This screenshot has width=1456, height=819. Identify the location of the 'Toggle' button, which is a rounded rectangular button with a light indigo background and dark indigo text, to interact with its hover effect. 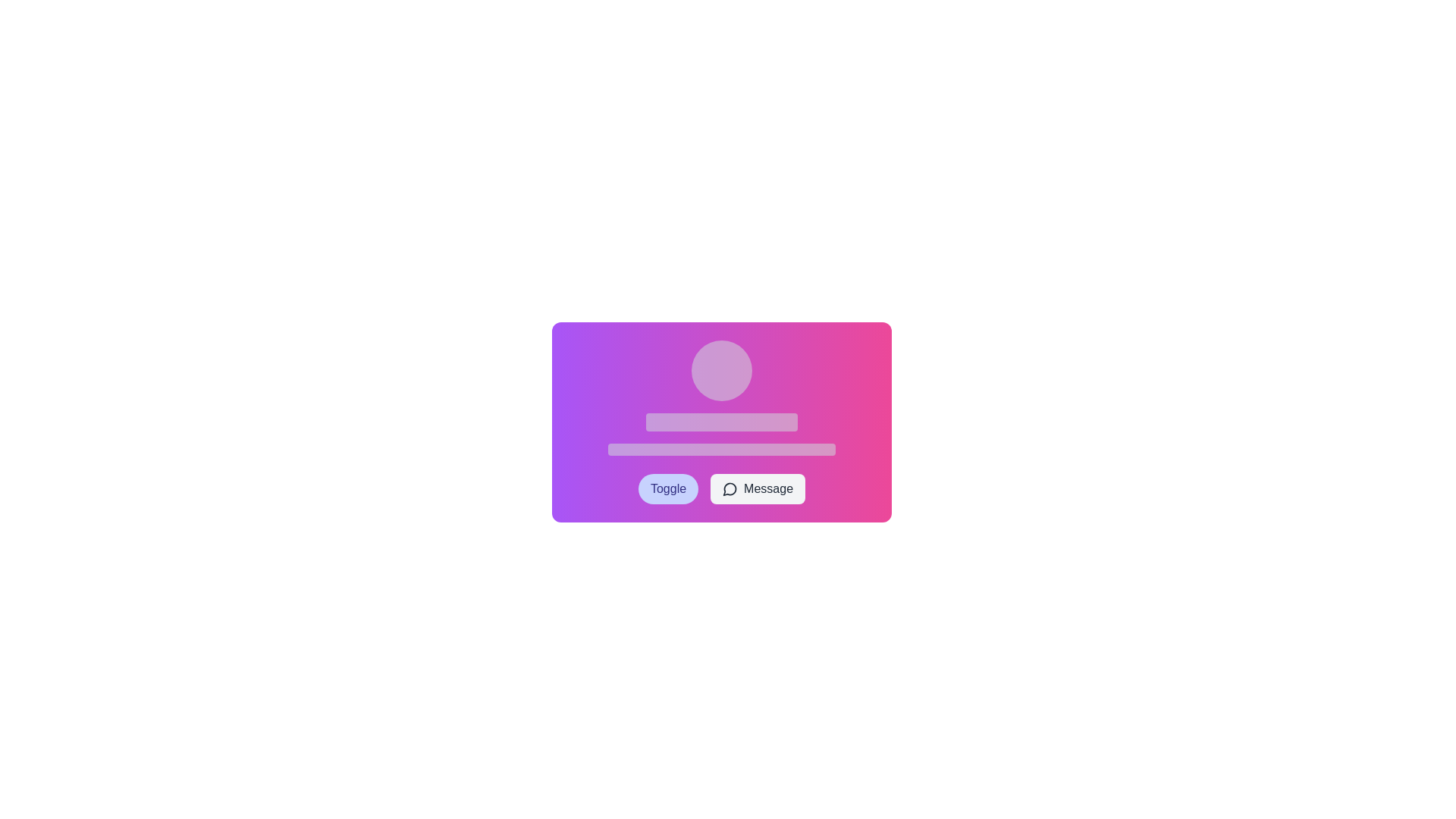
(667, 488).